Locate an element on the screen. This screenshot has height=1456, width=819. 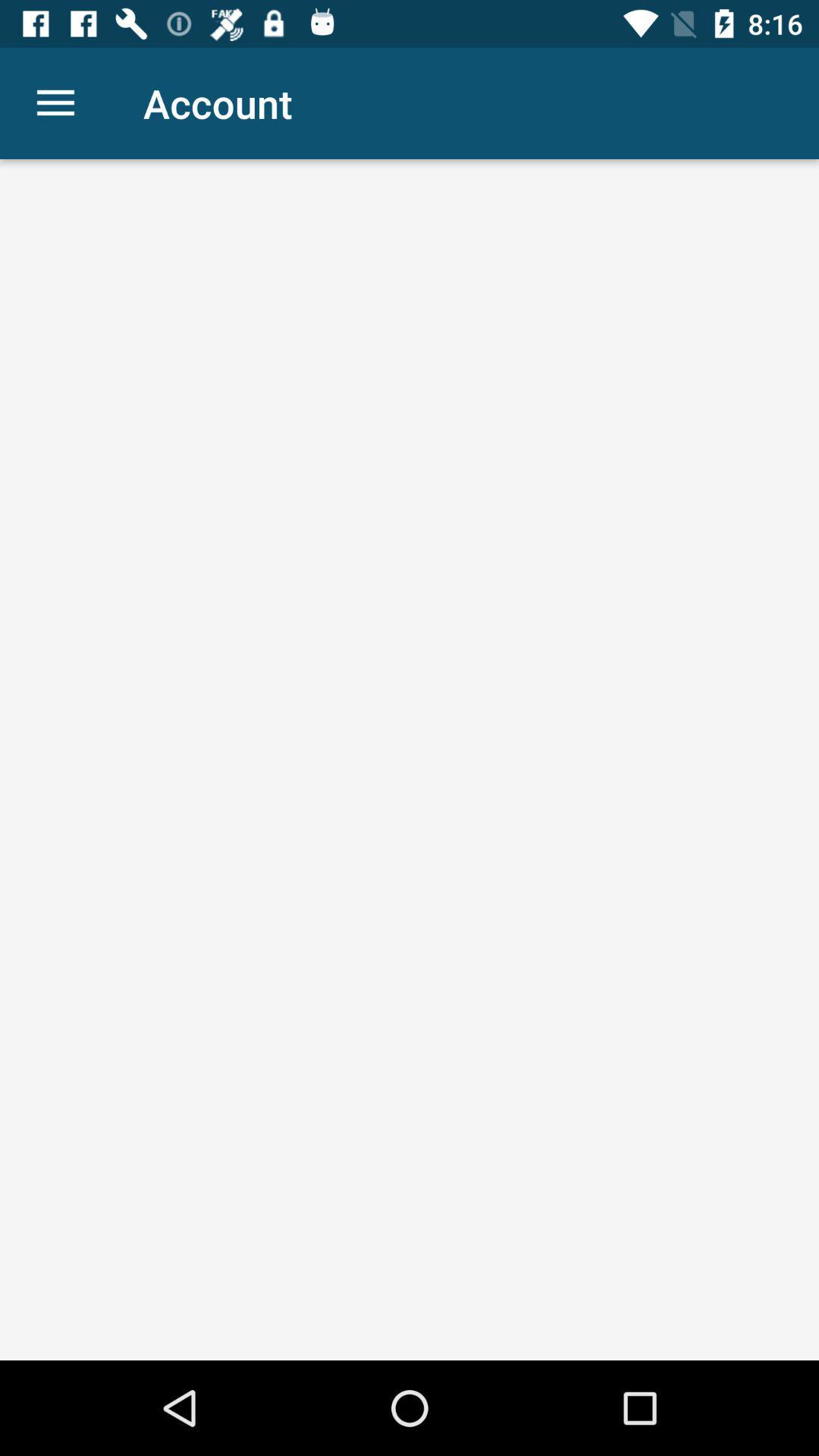
the icon to the left of account icon is located at coordinates (55, 102).